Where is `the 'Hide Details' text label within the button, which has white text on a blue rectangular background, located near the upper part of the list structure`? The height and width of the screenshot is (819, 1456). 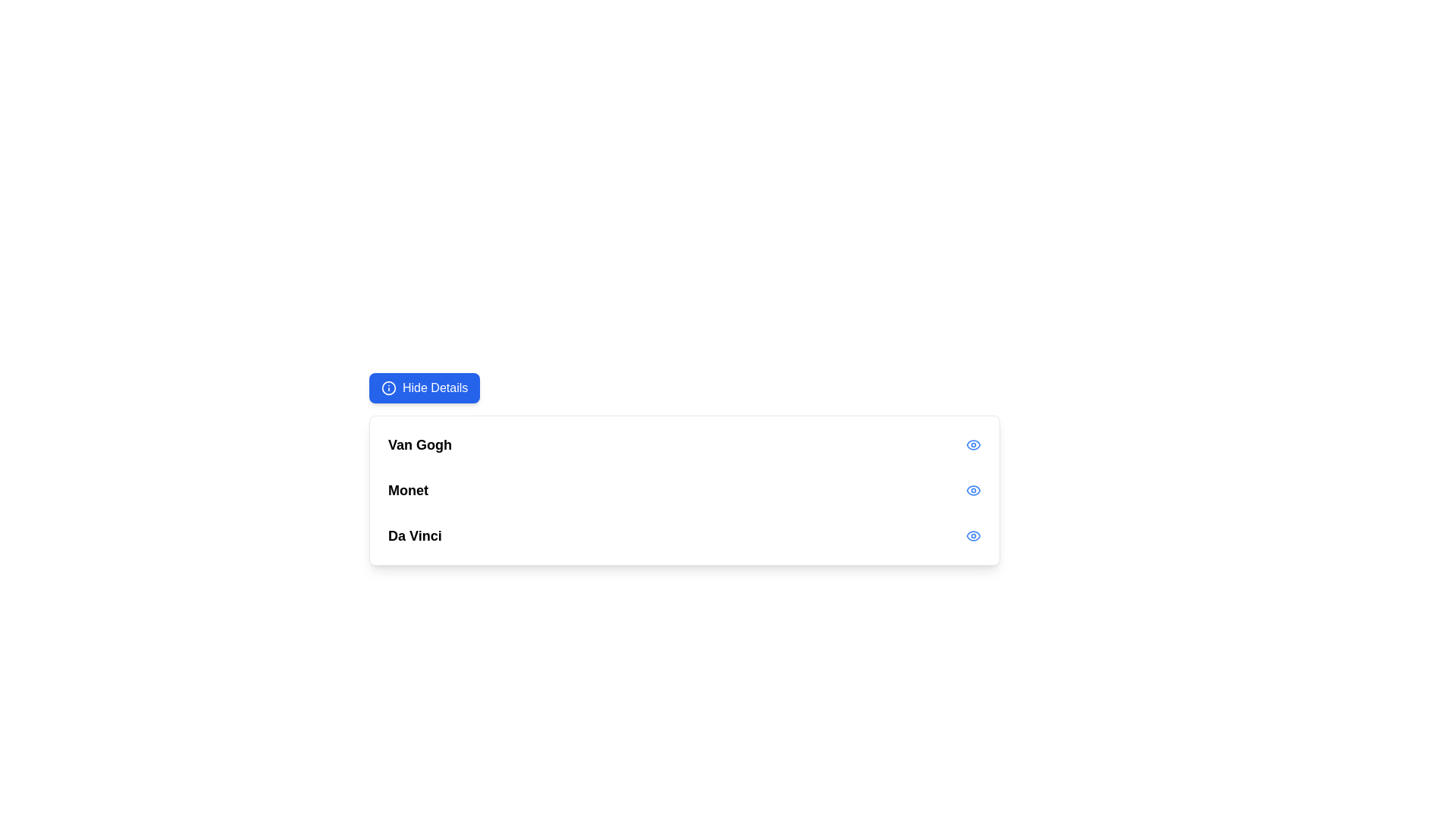
the 'Hide Details' text label within the button, which has white text on a blue rectangular background, located near the upper part of the list structure is located at coordinates (435, 388).